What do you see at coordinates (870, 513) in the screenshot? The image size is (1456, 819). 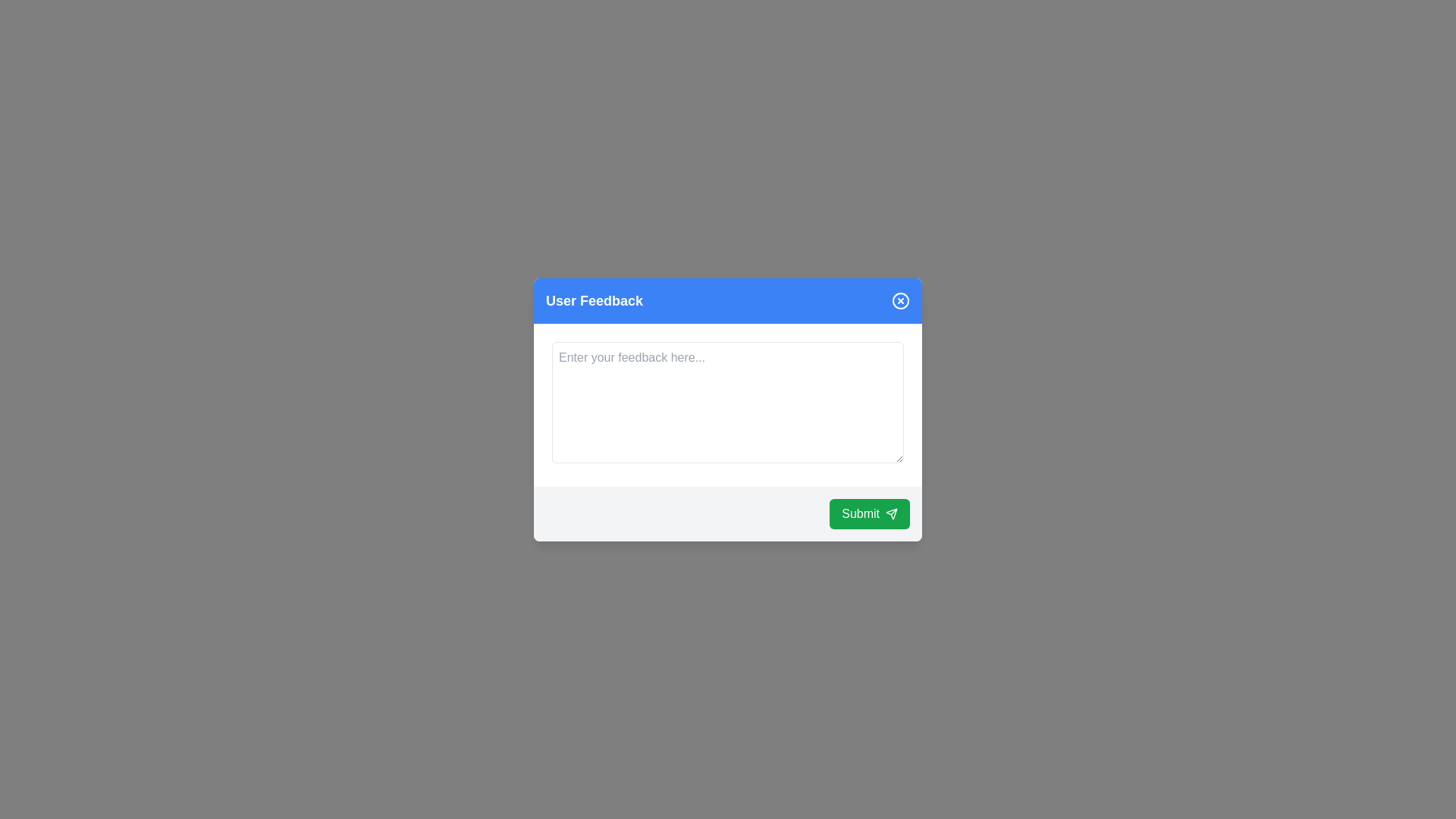 I see `submit button to submit feedback` at bounding box center [870, 513].